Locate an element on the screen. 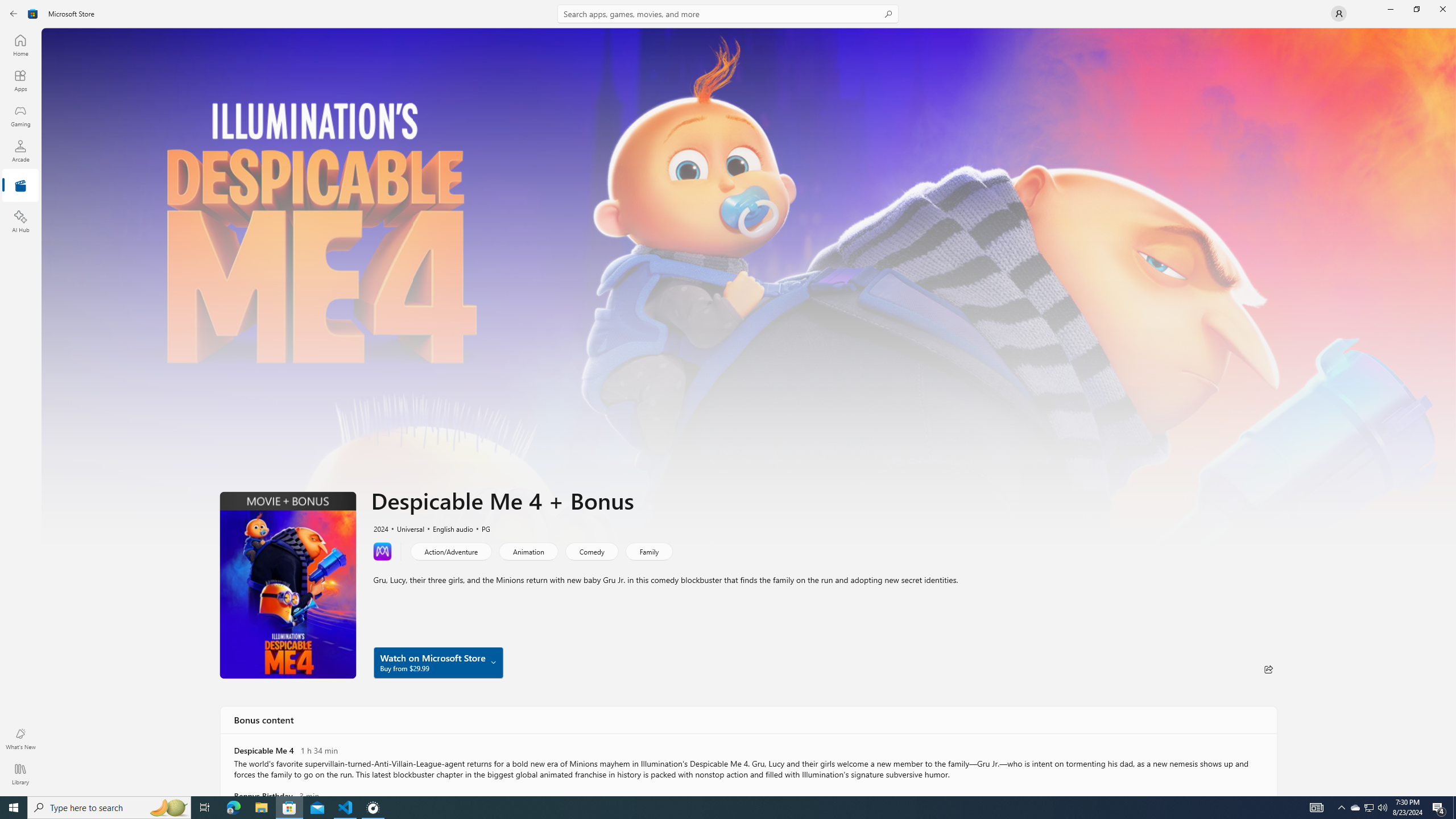 The height and width of the screenshot is (819, 1456). 'Animation' is located at coordinates (528, 551).